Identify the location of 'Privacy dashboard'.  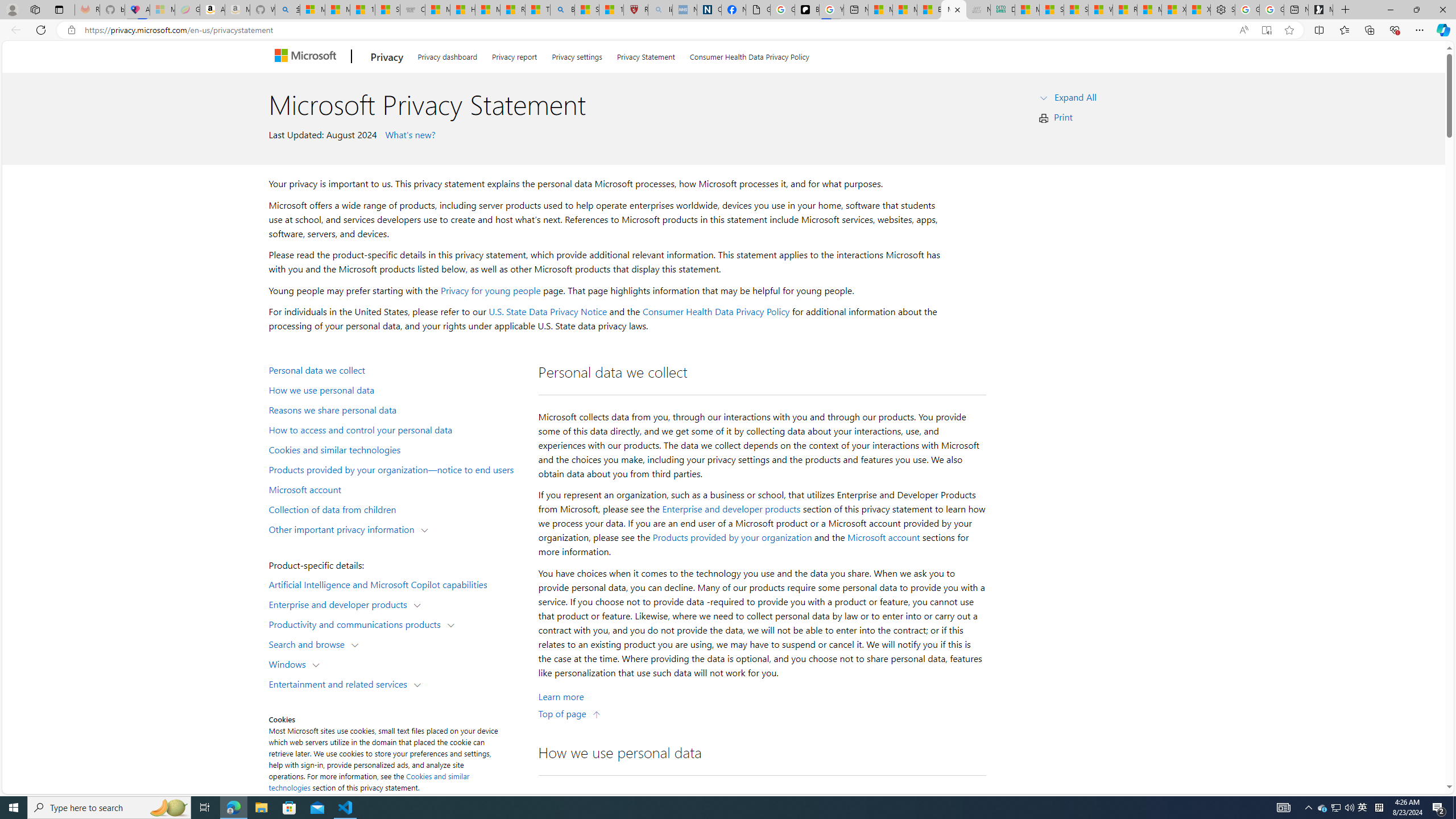
(447, 54).